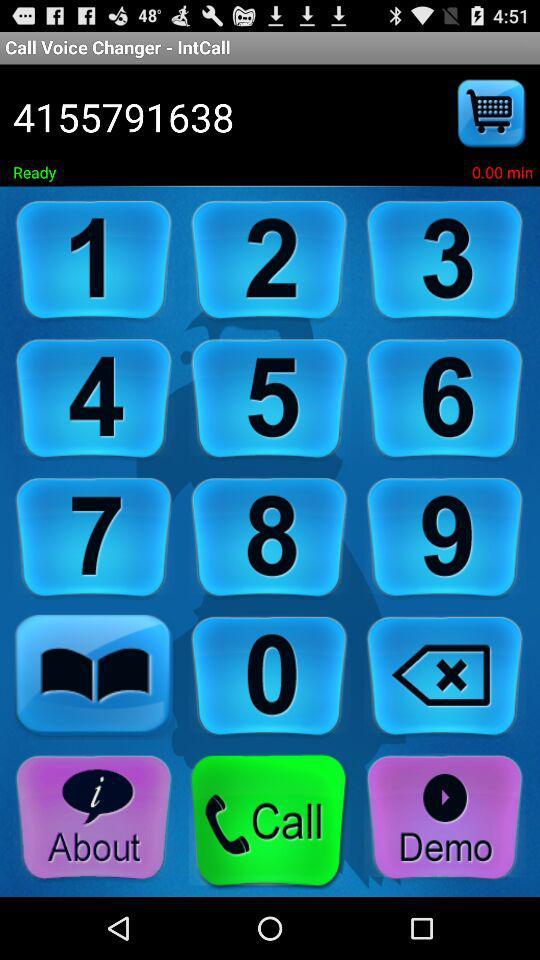 This screenshot has height=960, width=540. Describe the element at coordinates (93, 260) in the screenshot. I see `number 1` at that location.